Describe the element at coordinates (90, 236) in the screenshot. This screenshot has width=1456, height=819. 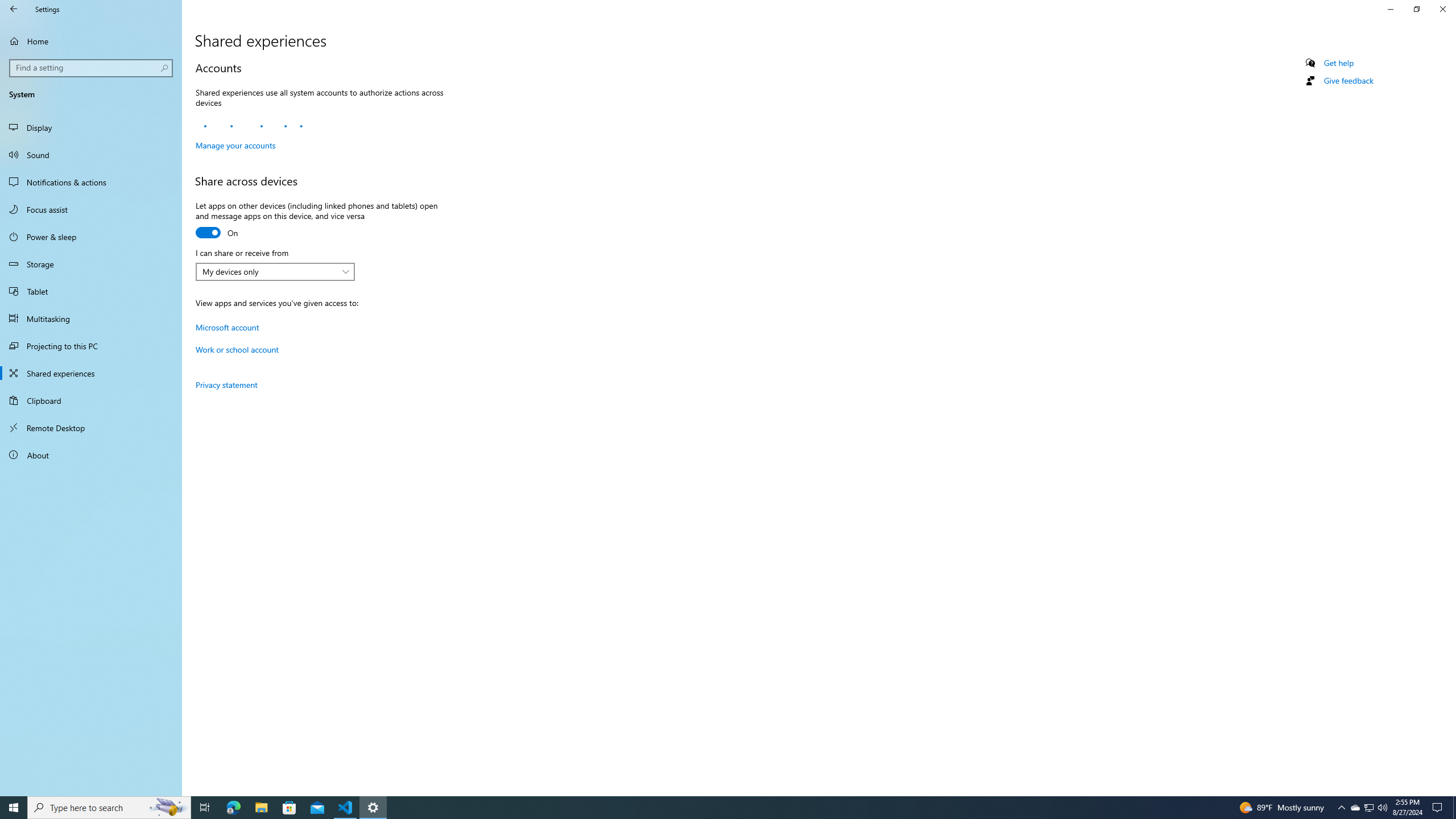
I see `'Power & sleep'` at that location.